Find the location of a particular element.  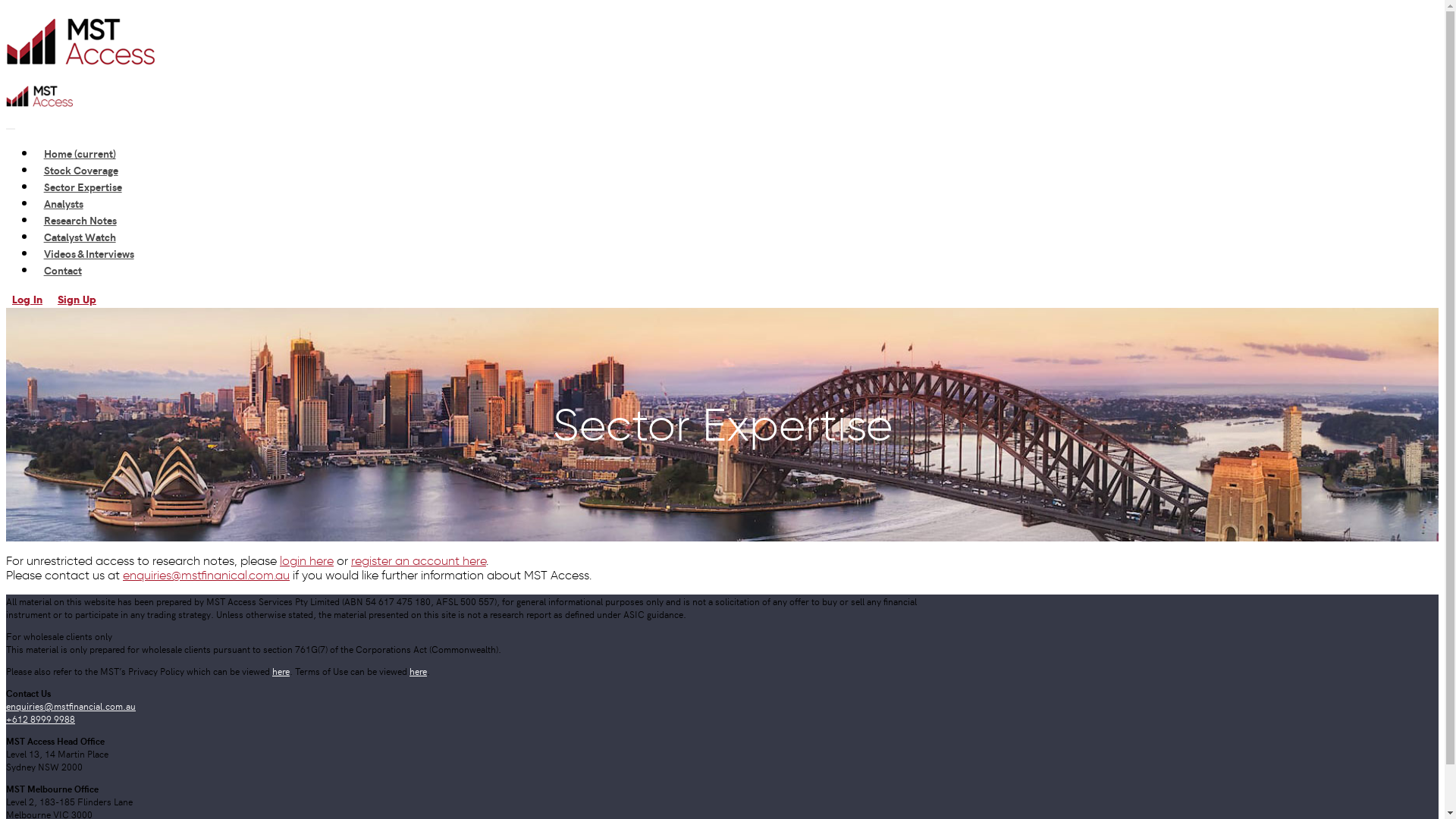

'register an account here' is located at coordinates (419, 560).